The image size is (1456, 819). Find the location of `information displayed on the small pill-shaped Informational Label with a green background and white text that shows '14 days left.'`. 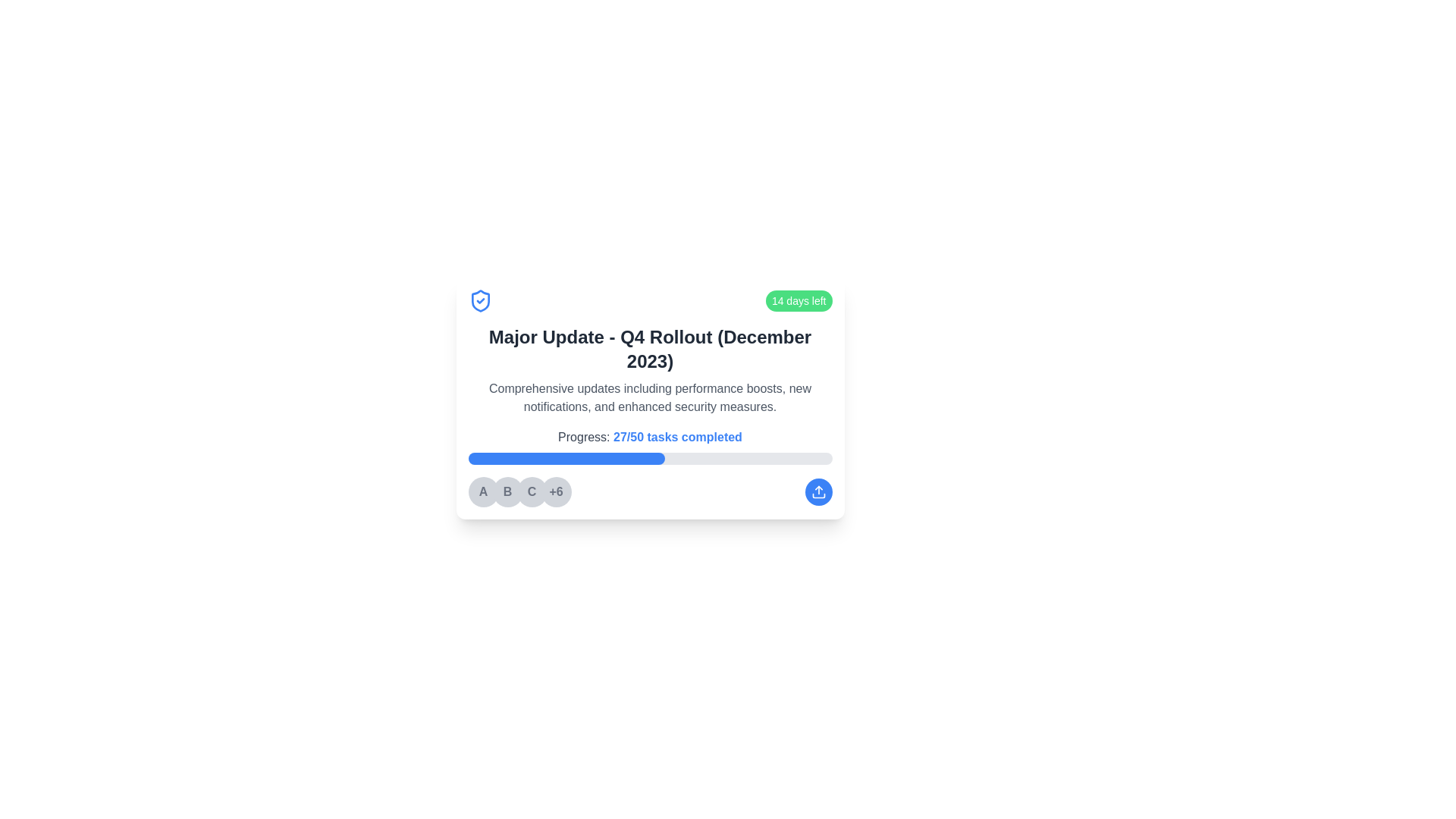

information displayed on the small pill-shaped Informational Label with a green background and white text that shows '14 days left.' is located at coordinates (798, 301).